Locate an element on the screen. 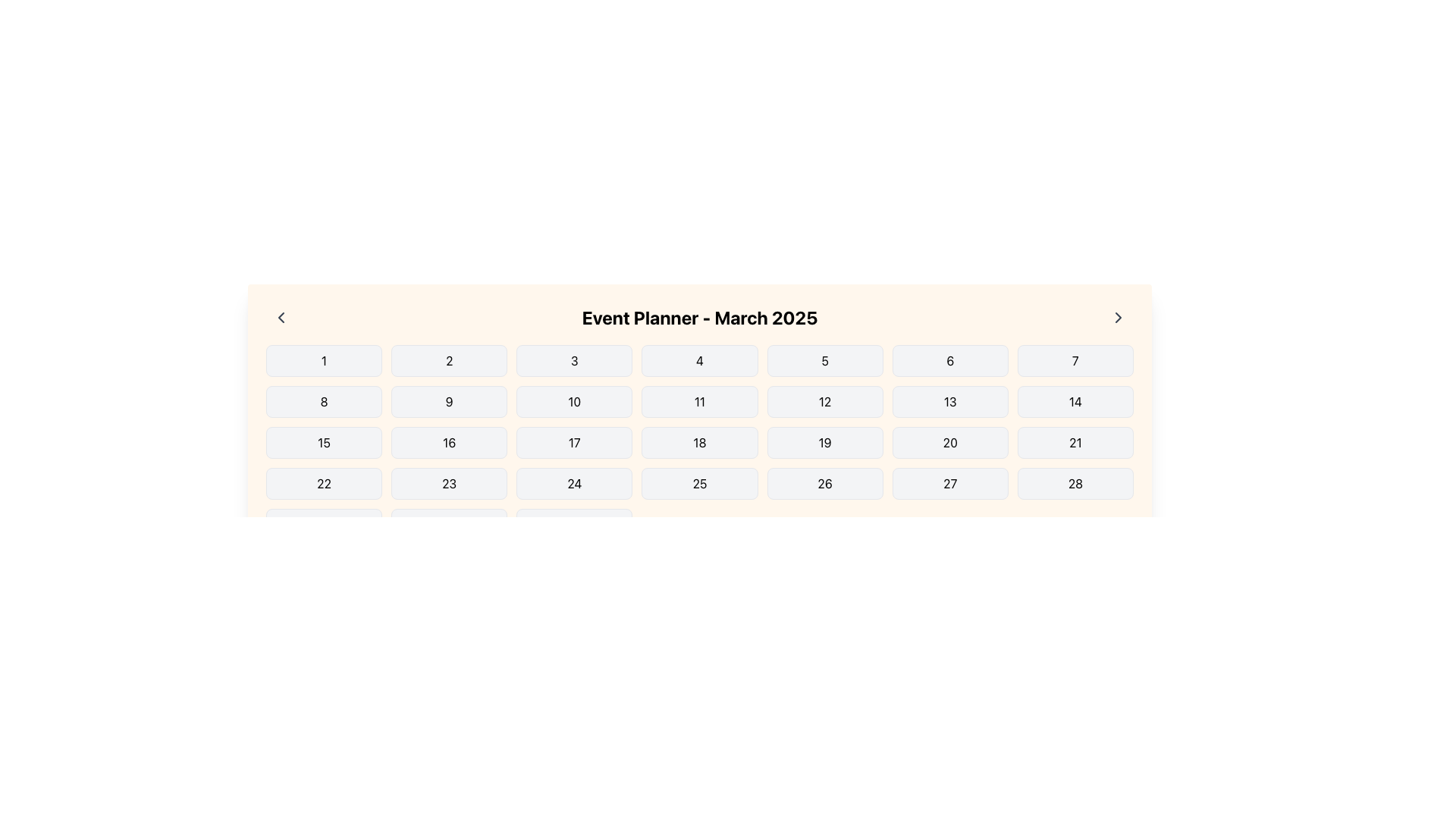 This screenshot has height=819, width=1456. the static text displaying the number '21' in the calendar grid, located in the fourth row and third column is located at coordinates (1075, 442).